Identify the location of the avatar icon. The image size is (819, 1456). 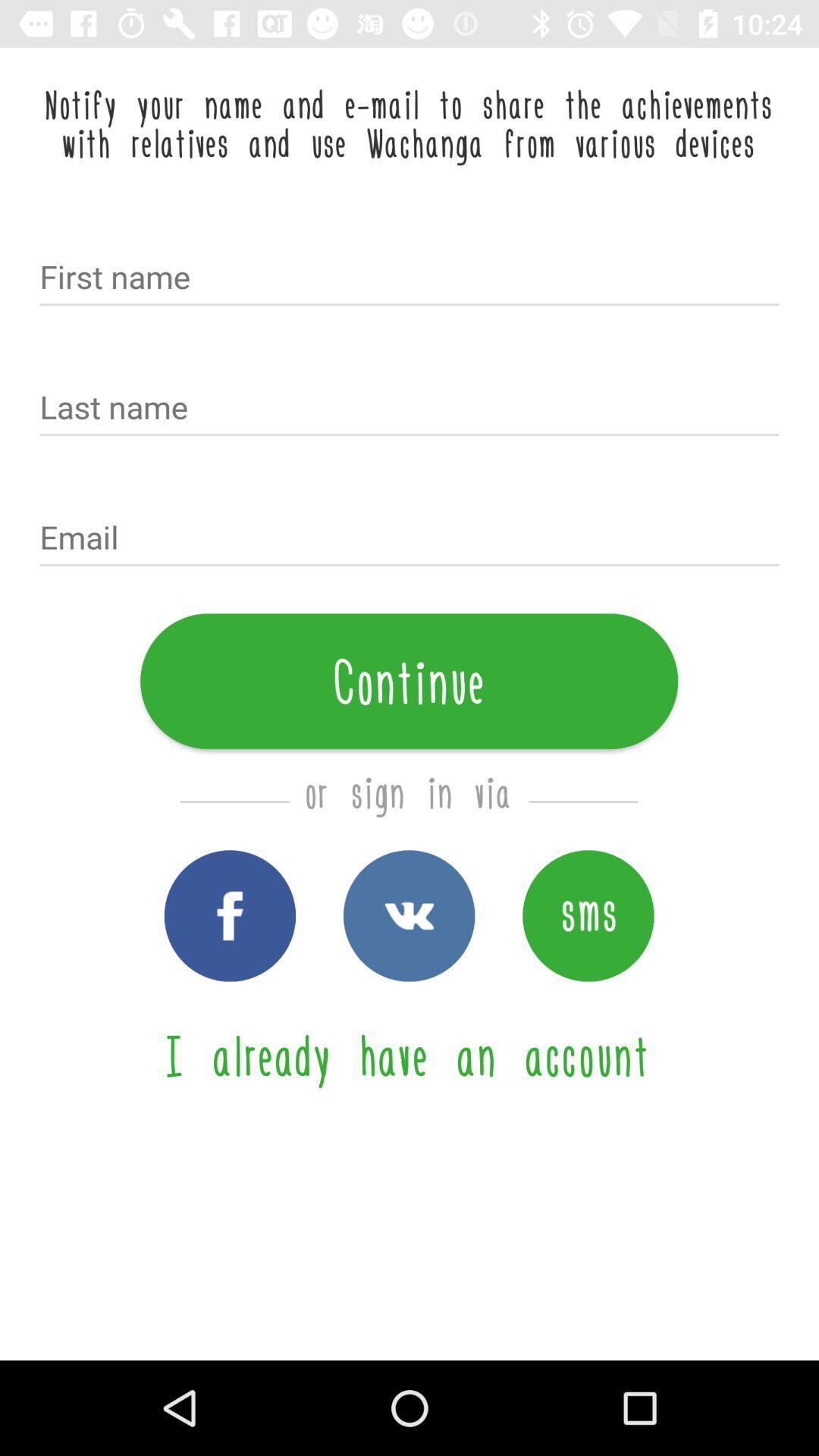
(587, 915).